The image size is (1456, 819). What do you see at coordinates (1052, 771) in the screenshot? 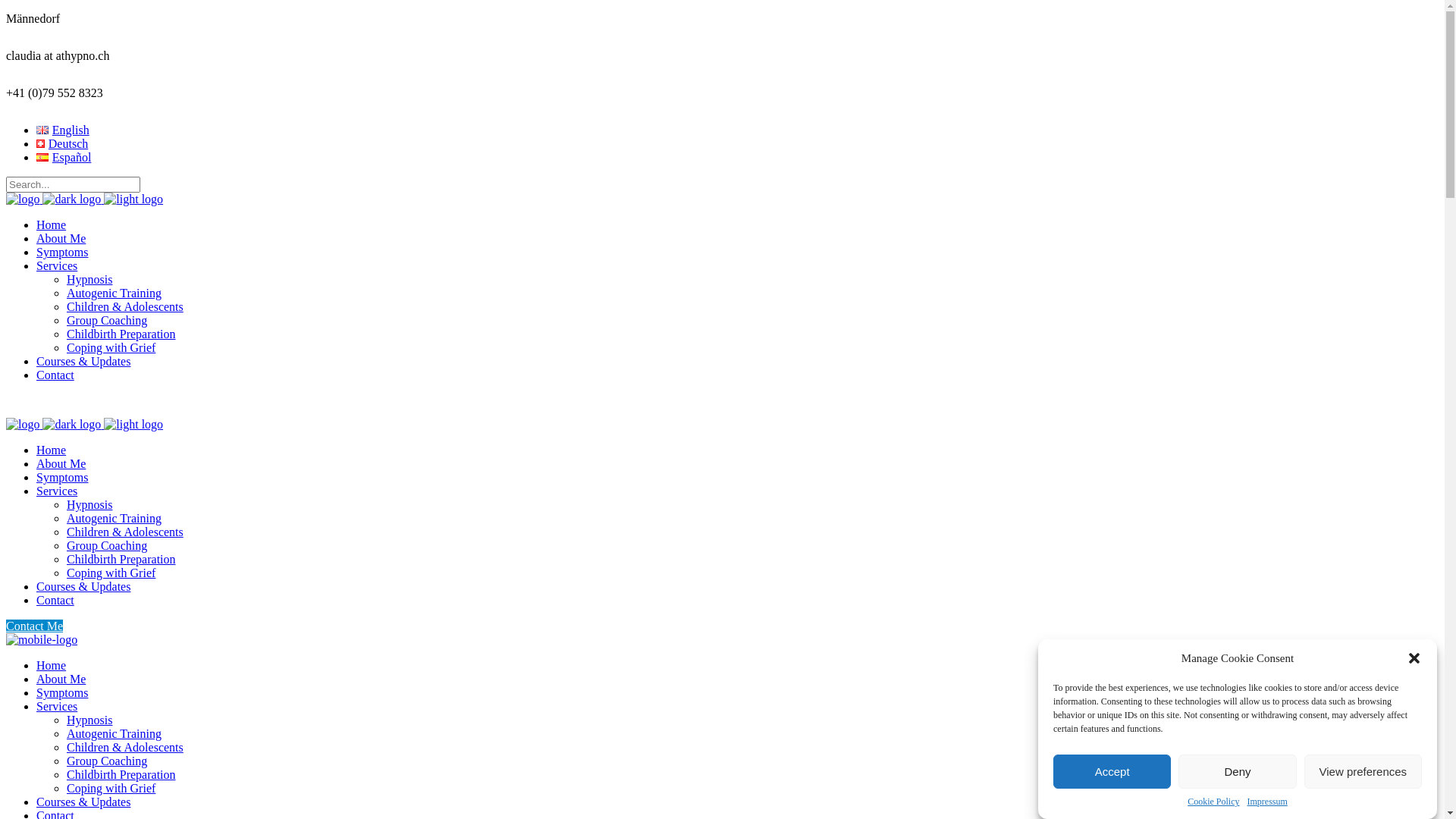
I see `'Accept'` at bounding box center [1052, 771].